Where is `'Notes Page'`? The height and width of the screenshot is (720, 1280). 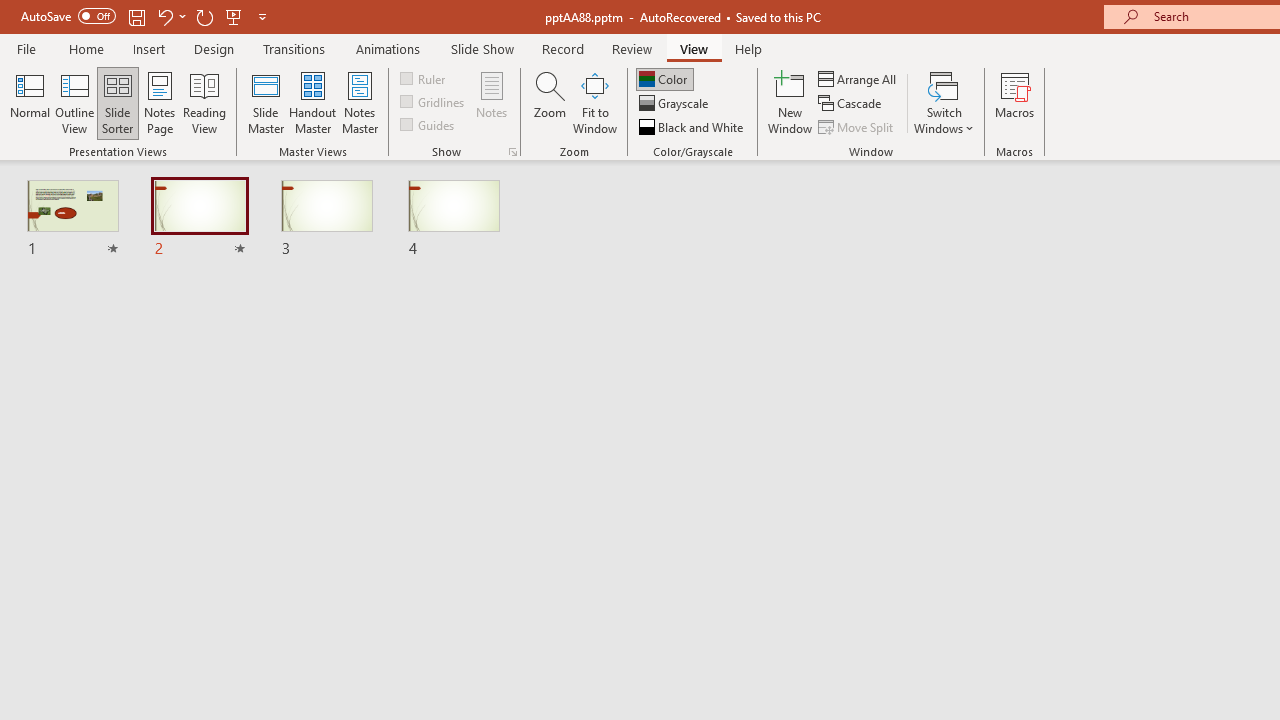
'Notes Page' is located at coordinates (160, 103).